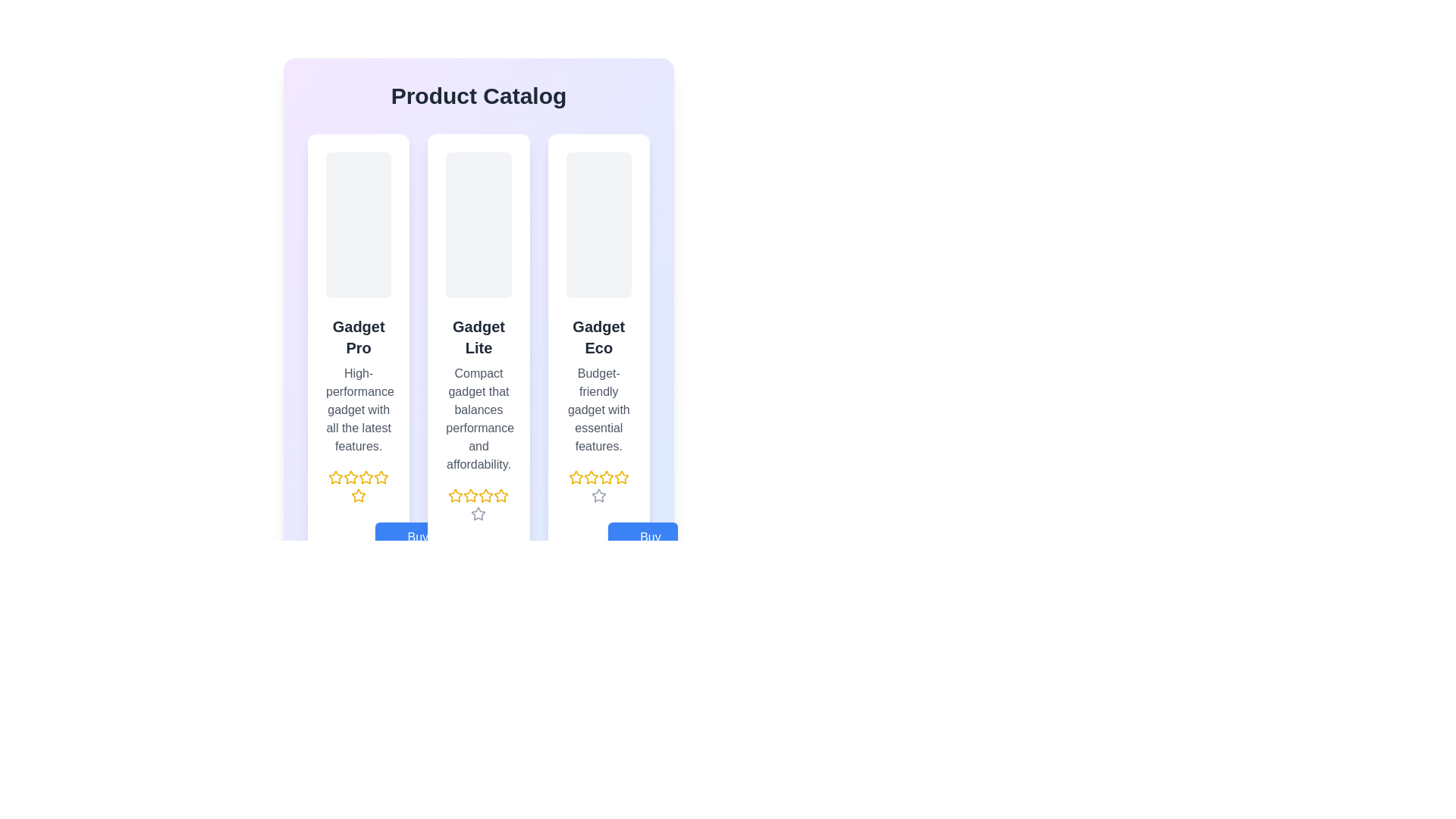 Image resolution: width=1456 pixels, height=819 pixels. What do you see at coordinates (410, 547) in the screenshot?
I see `the 'Buy Now' button with a blue background and rounded corners by tabbing to it` at bounding box center [410, 547].